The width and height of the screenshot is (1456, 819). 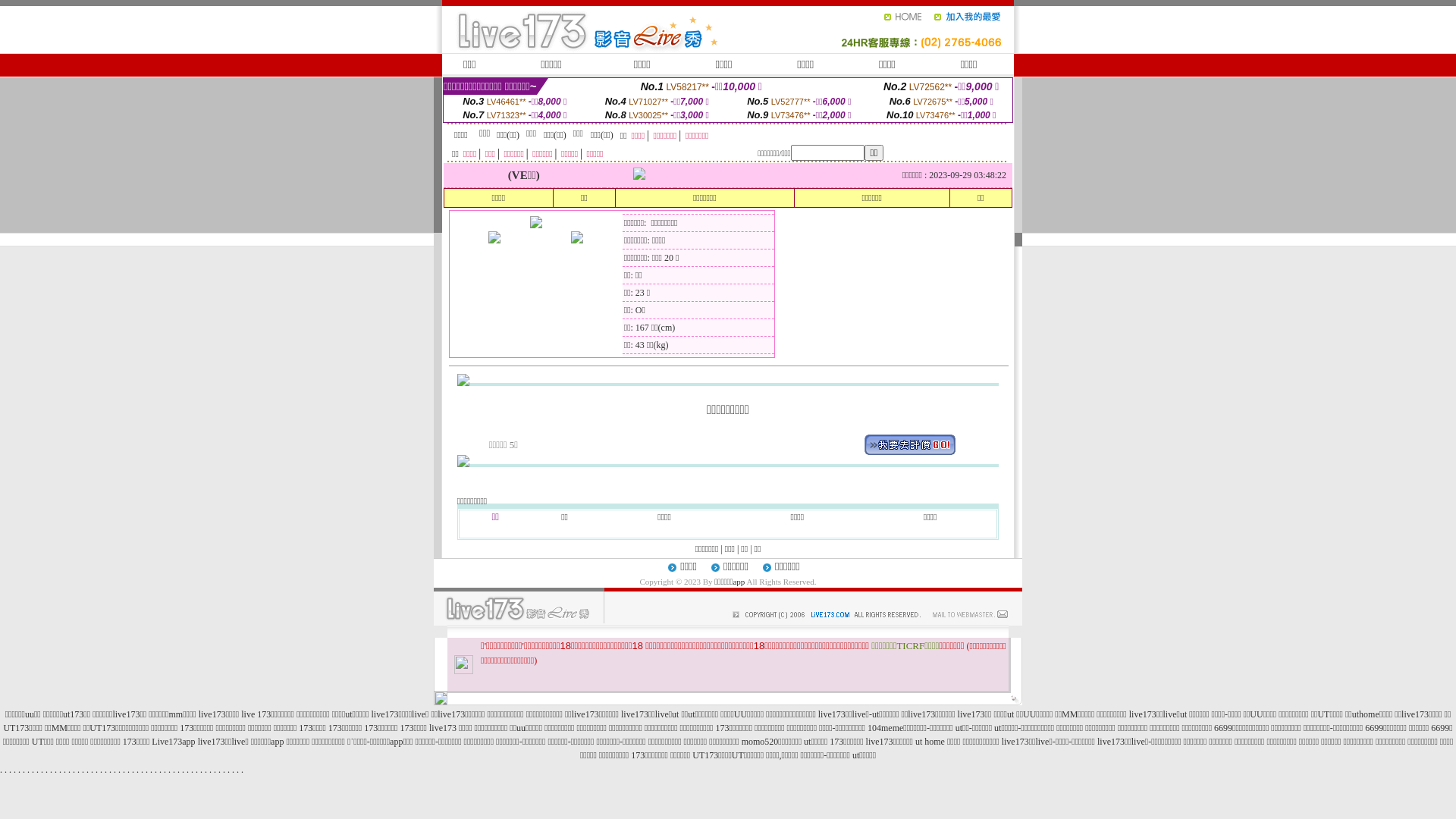 What do you see at coordinates (14, 769) in the screenshot?
I see `'.'` at bounding box center [14, 769].